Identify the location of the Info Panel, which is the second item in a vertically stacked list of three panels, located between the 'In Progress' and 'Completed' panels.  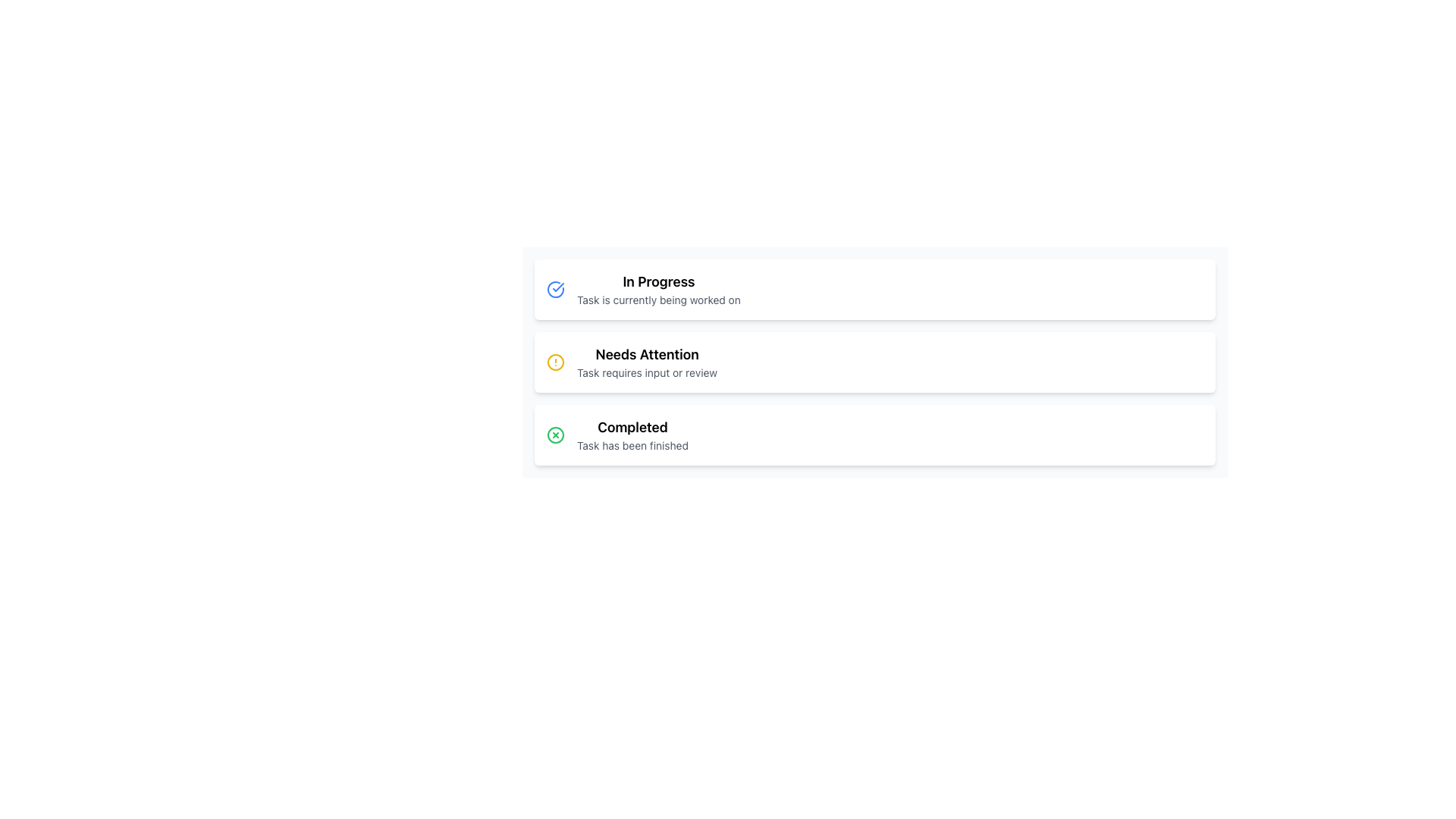
(874, 362).